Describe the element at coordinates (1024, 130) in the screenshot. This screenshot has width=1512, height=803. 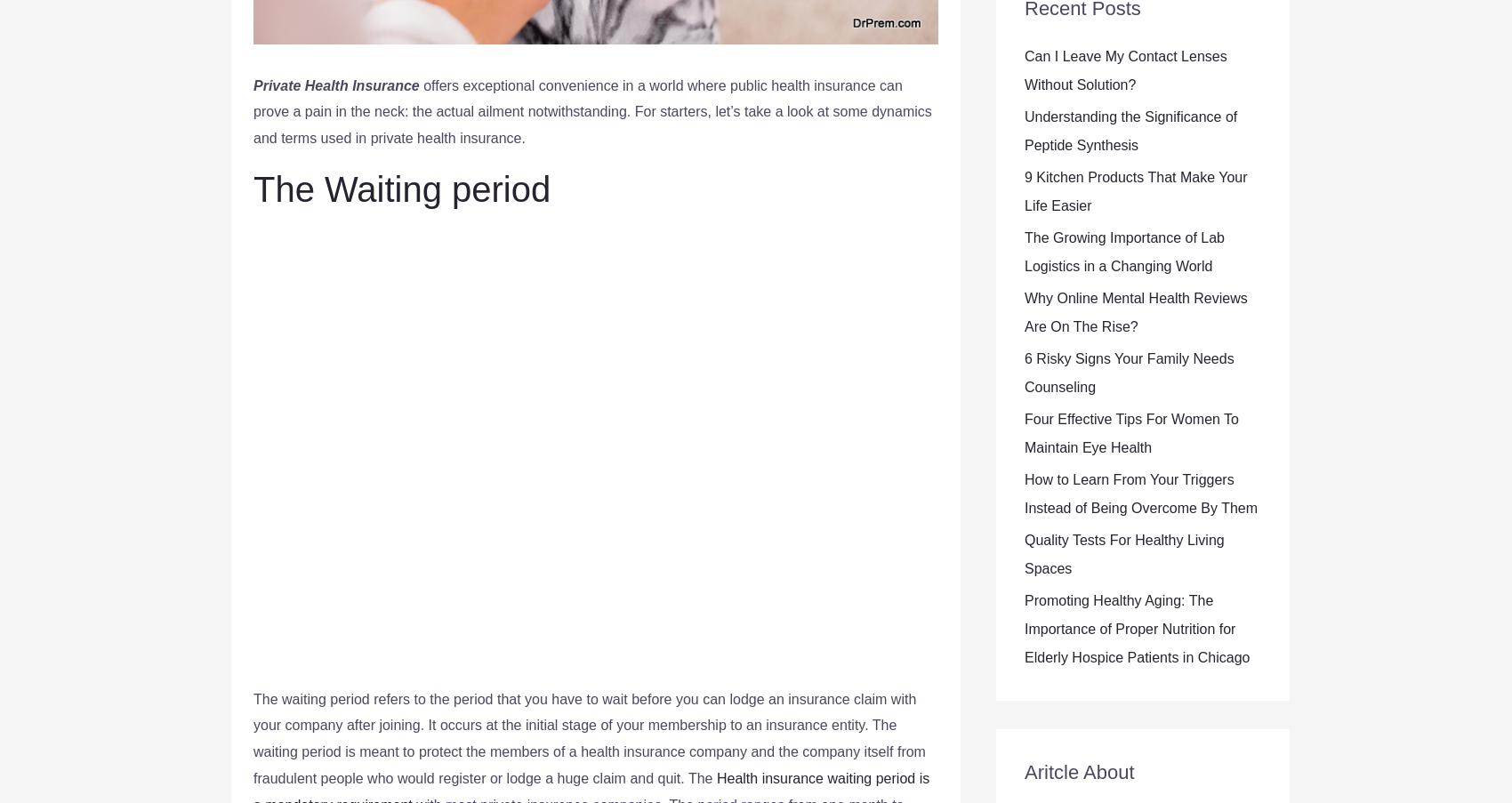
I see `'Understanding the Significance of Peptide Synthesis'` at that location.